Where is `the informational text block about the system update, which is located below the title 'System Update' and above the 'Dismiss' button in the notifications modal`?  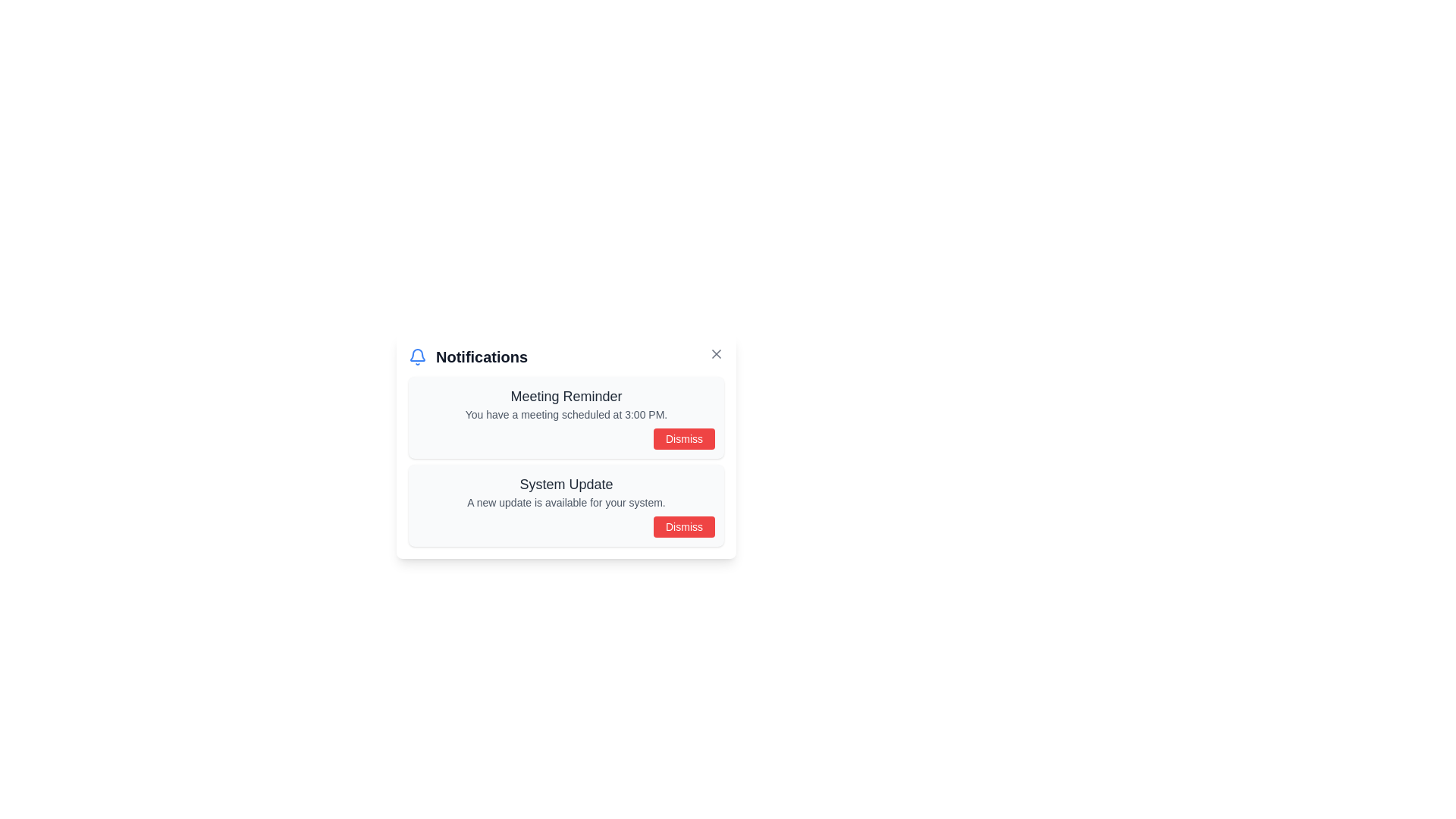 the informational text block about the system update, which is located below the title 'System Update' and above the 'Dismiss' button in the notifications modal is located at coordinates (566, 503).